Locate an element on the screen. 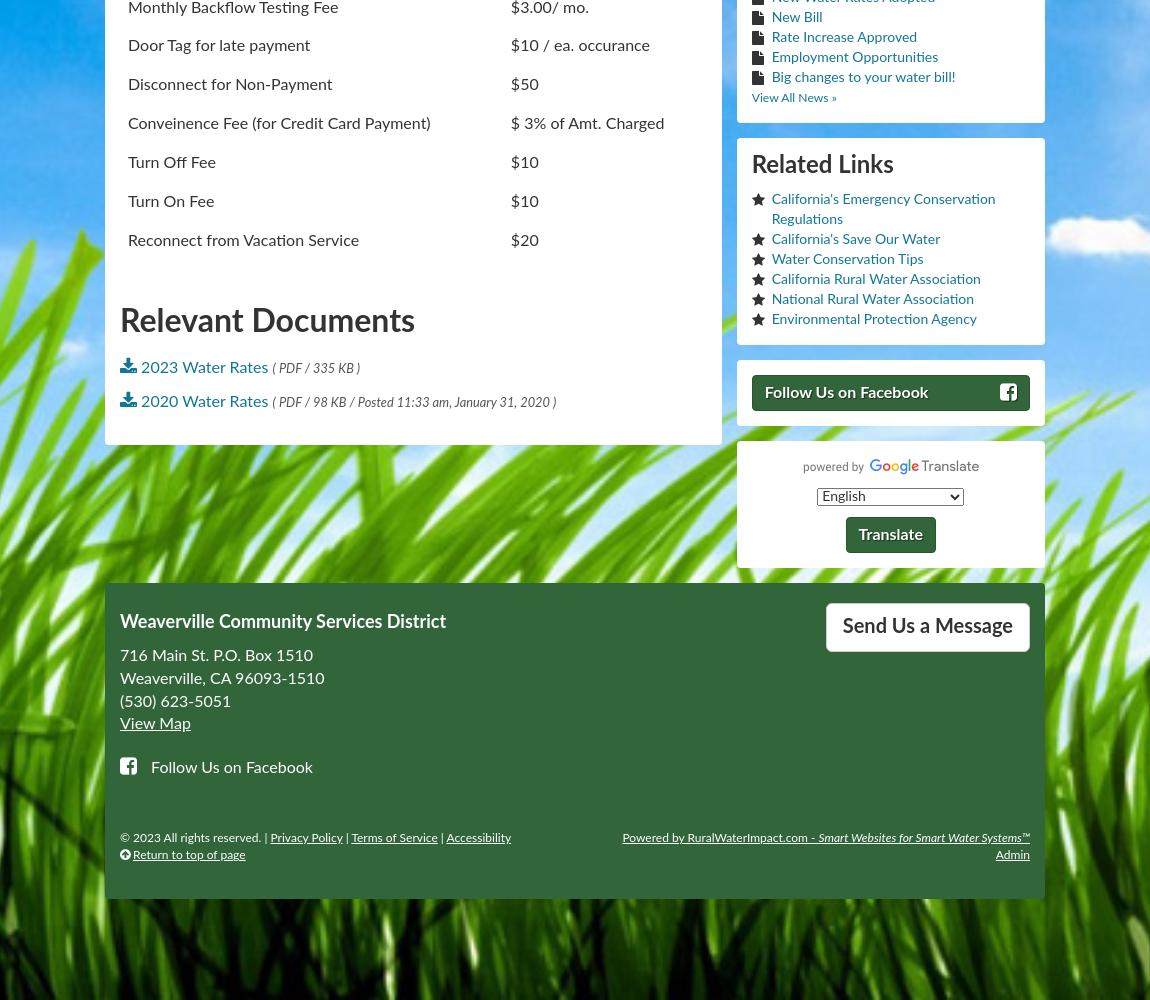  'New Bill' is located at coordinates (795, 17).